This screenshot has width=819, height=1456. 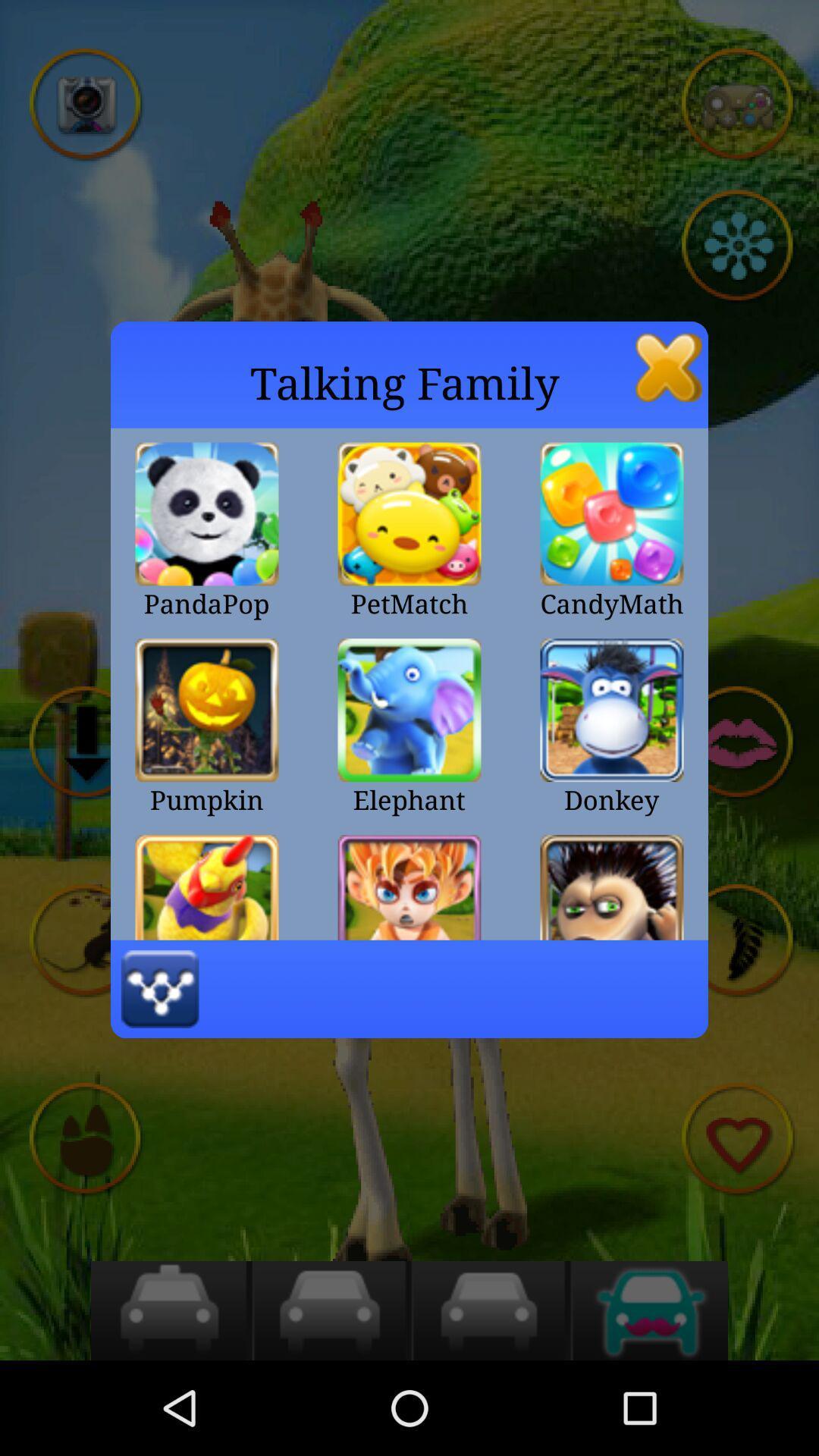 I want to click on exit, so click(x=668, y=367).